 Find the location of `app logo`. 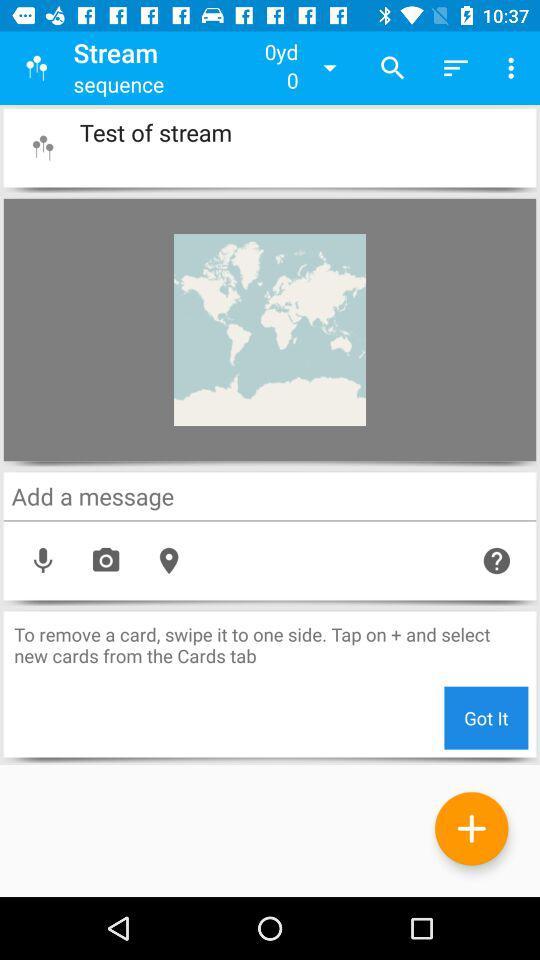

app logo is located at coordinates (43, 147).